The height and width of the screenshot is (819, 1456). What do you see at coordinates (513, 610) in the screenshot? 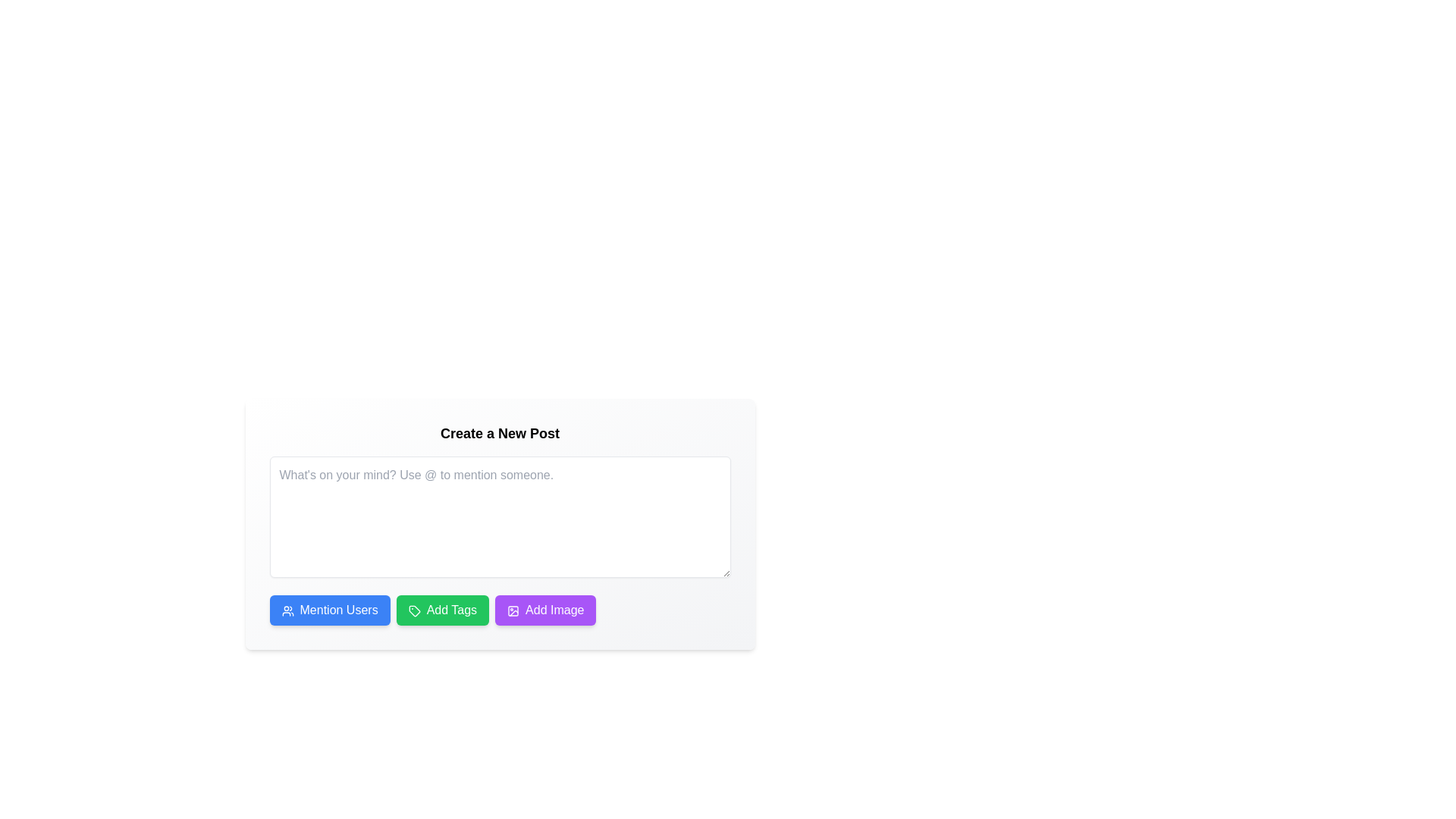
I see `the 'Add Image' button, which is the third button in a row with a purple background, located at the bottom of the form and has an icon resembling a classic photo outline to the left of the text label 'Add Image'` at bounding box center [513, 610].